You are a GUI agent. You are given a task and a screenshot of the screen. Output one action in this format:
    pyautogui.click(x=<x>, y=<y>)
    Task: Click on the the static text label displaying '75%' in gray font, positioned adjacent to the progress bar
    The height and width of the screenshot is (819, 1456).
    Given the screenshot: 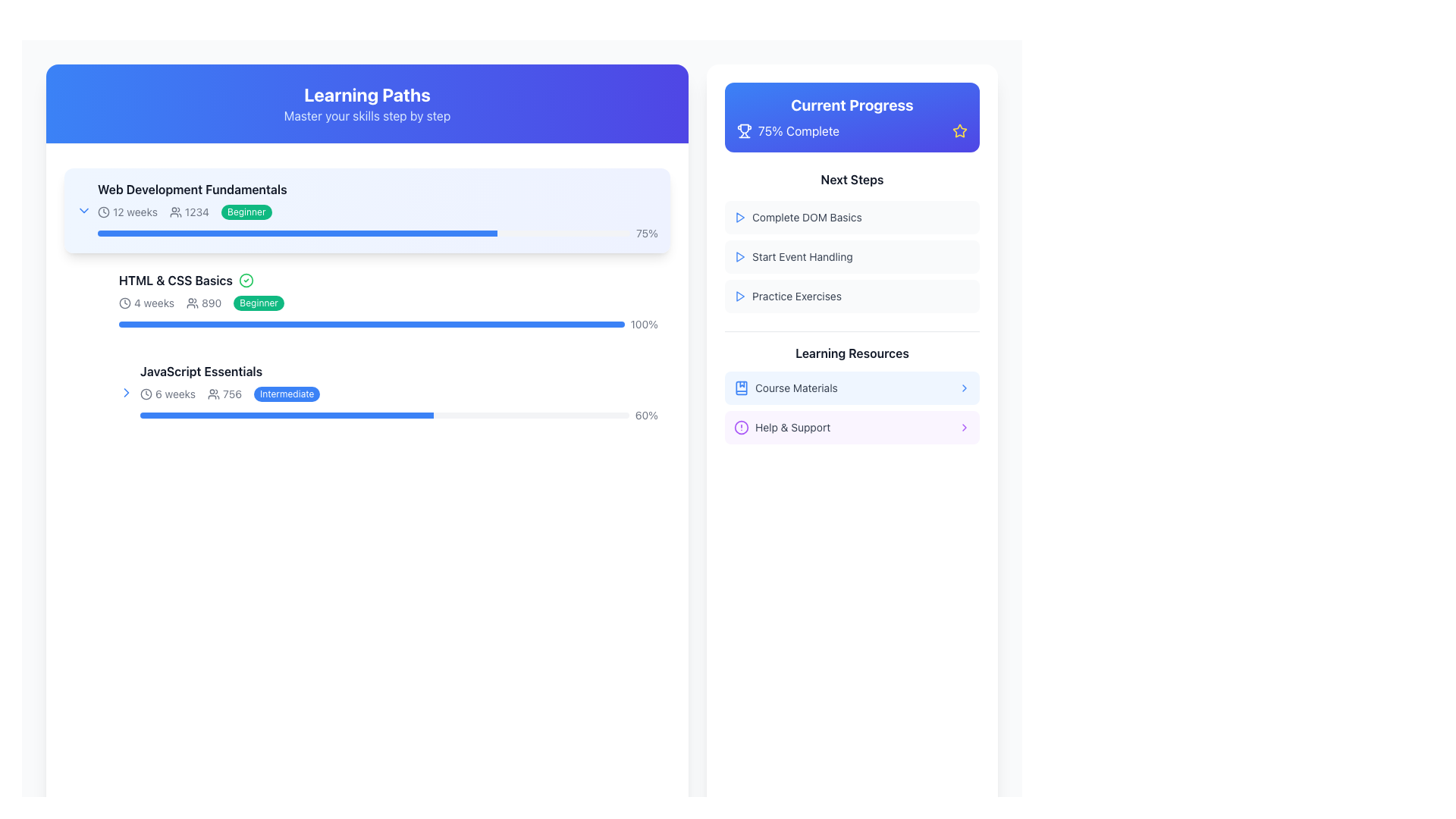 What is the action you would take?
    pyautogui.click(x=647, y=234)
    